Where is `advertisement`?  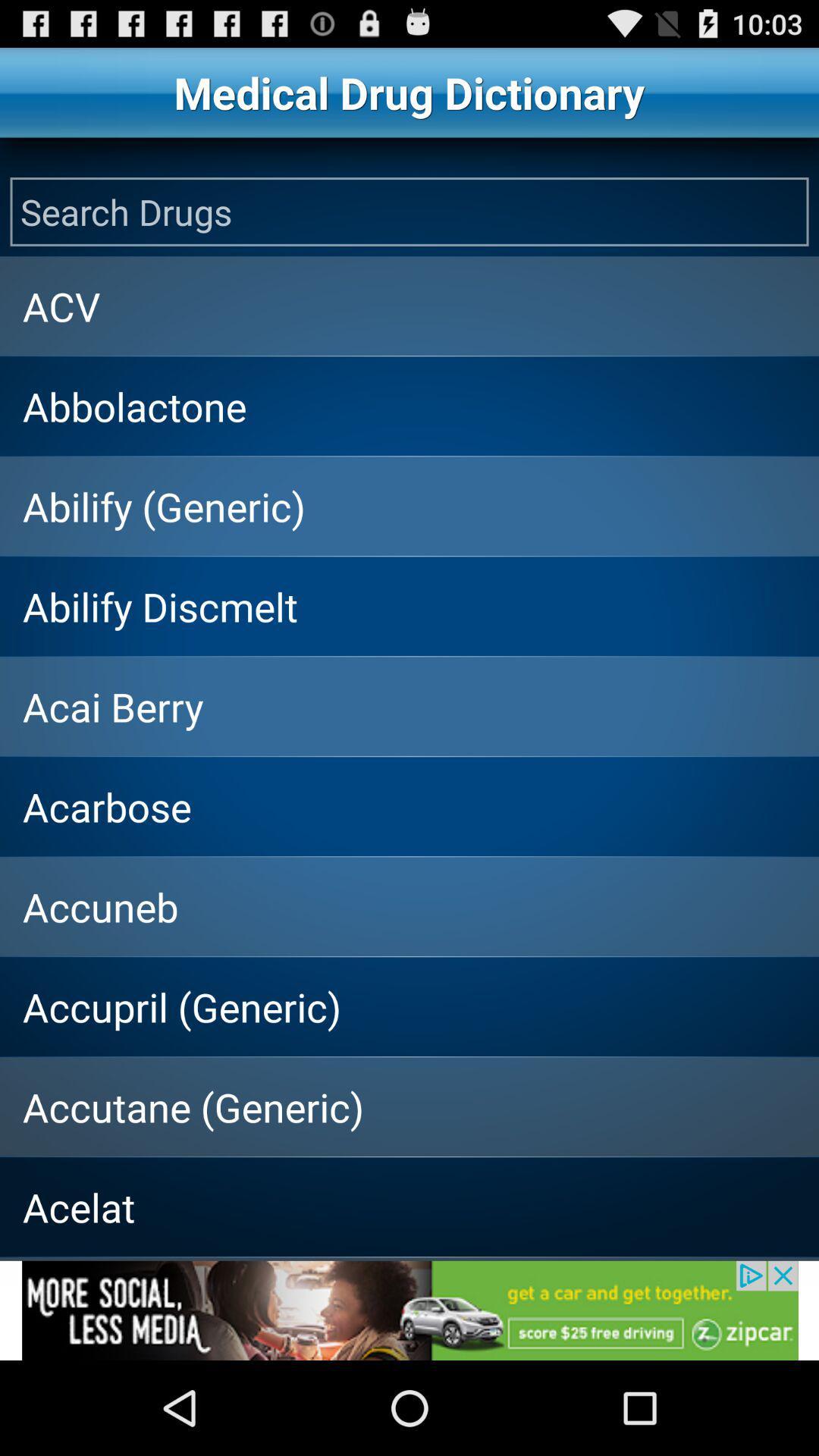
advertisement is located at coordinates (409, 1310).